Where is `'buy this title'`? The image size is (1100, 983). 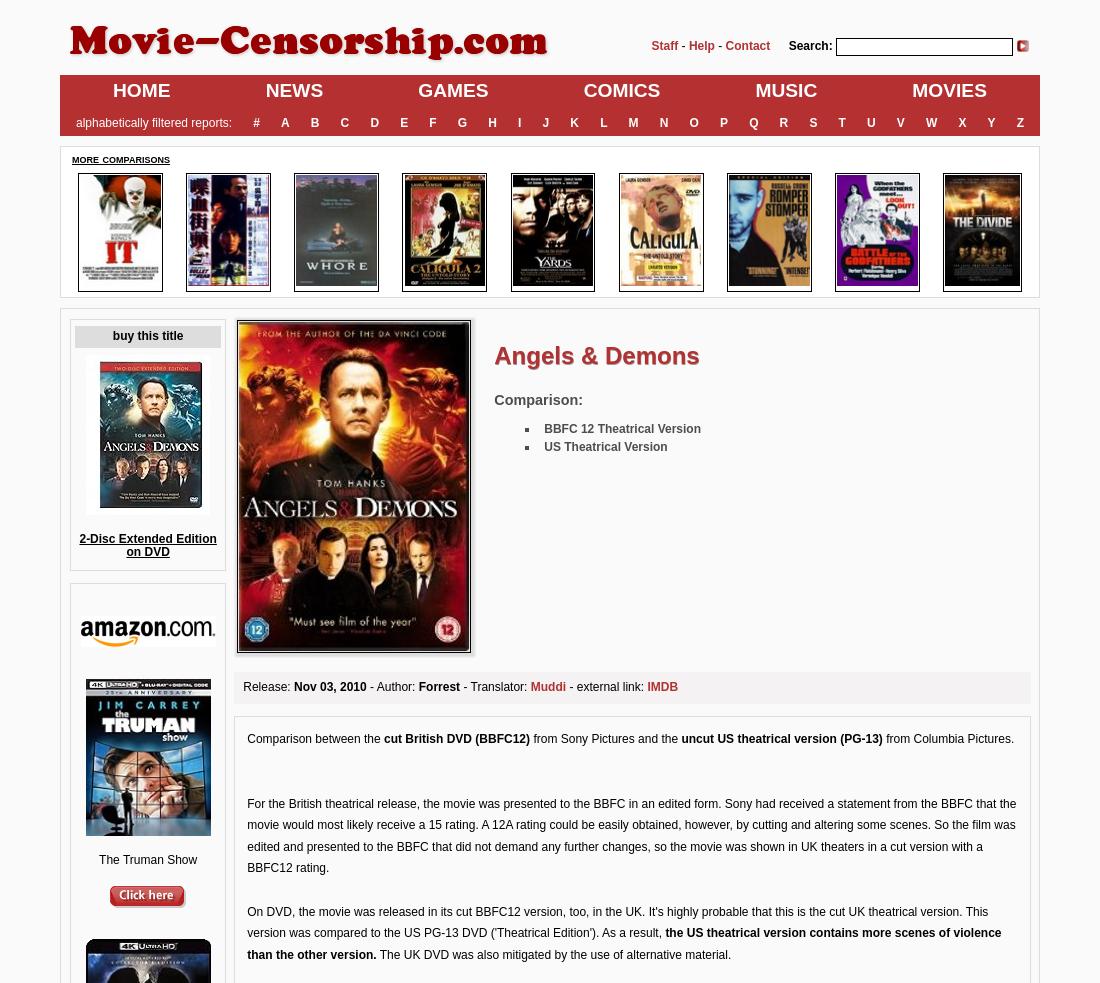 'buy this title' is located at coordinates (146, 334).